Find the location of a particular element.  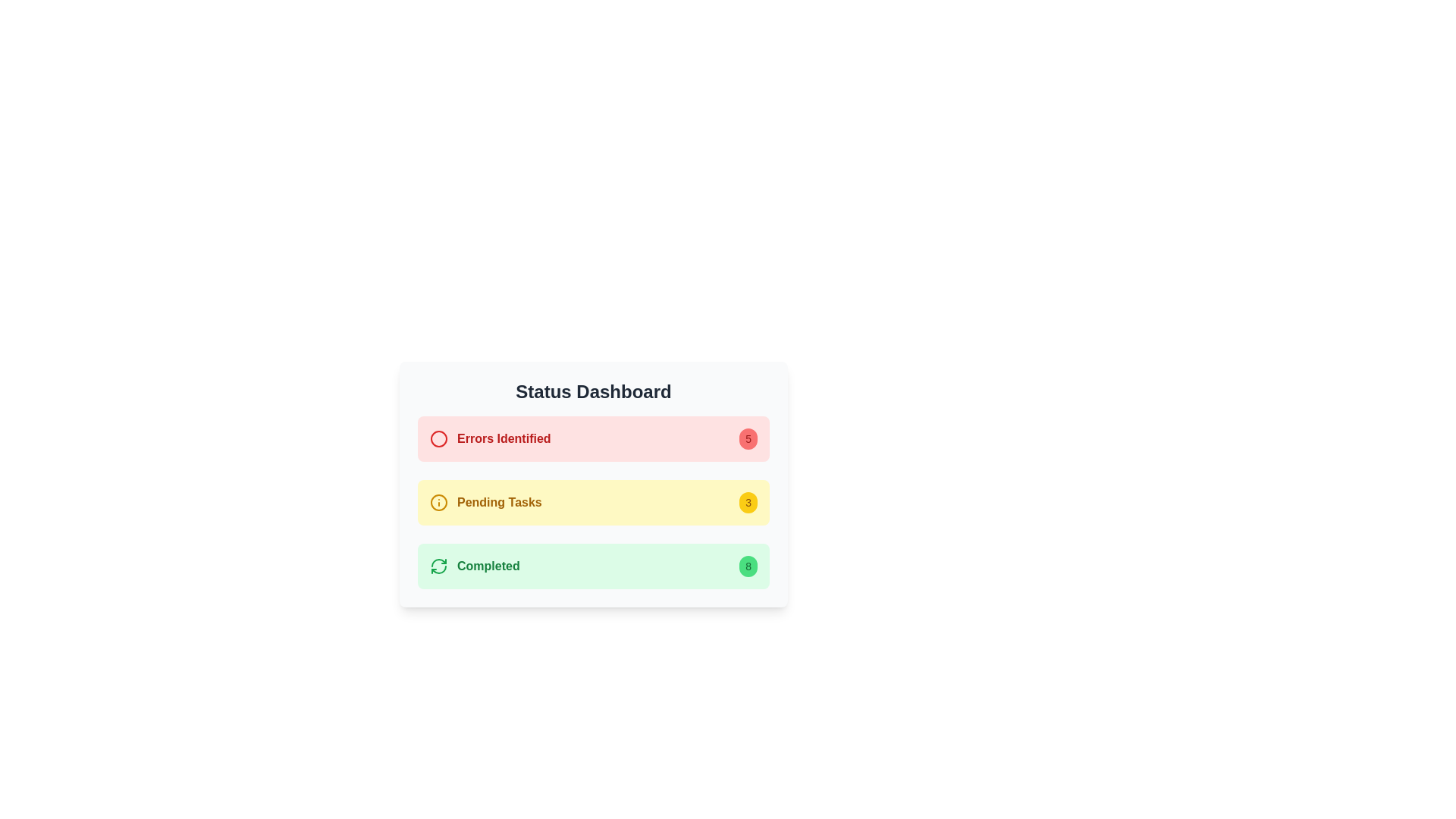

the information presented in the yellow Informational card labeled 'Pending Tasks' which displays the number '3' on the right side is located at coordinates (592, 485).